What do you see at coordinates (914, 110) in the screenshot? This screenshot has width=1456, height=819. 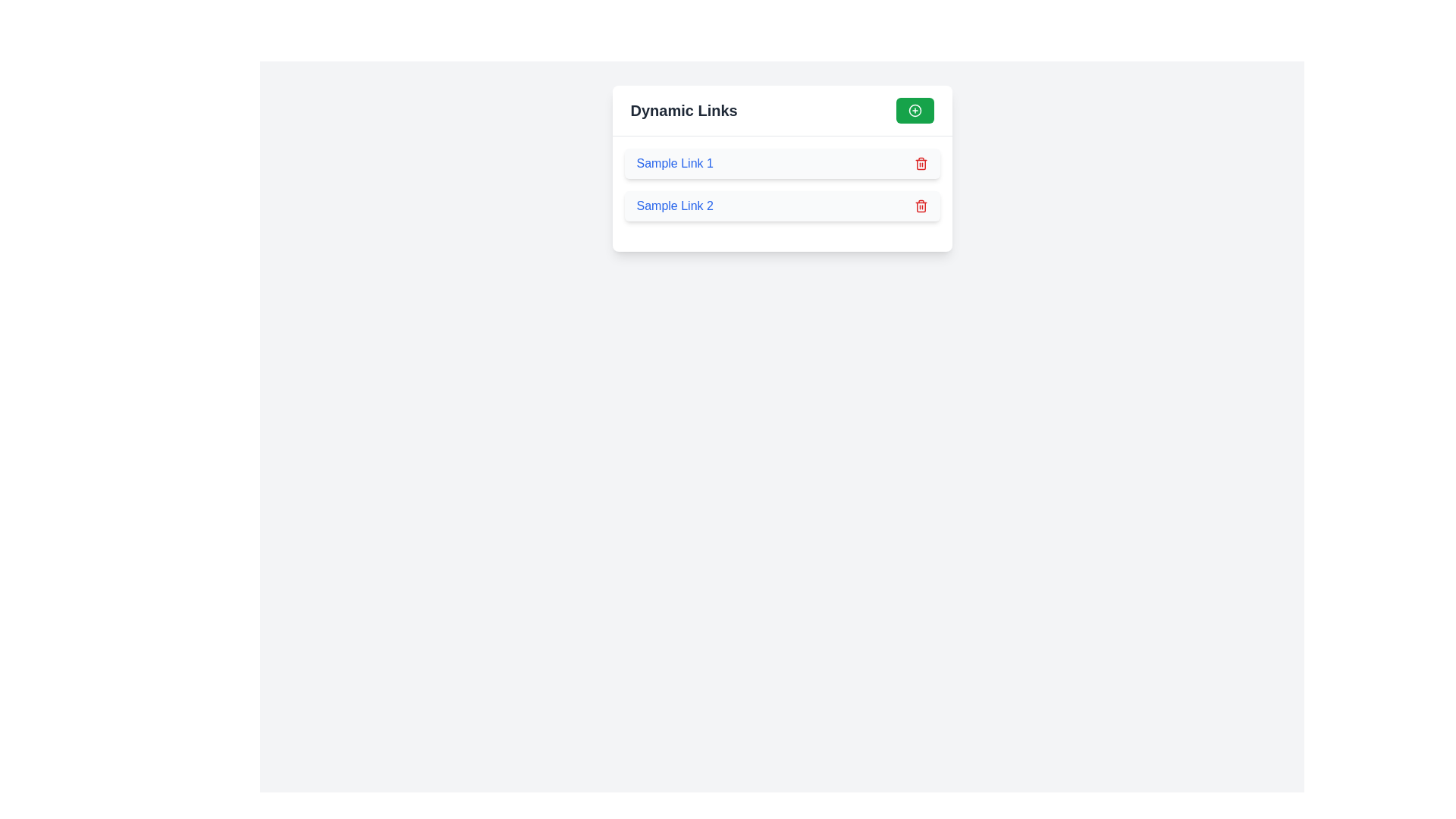 I see `the icon or button used to add a new item to the 'Dynamic Links' list, which is centered within a green rectangle near the top-right corner of the panel` at bounding box center [914, 110].